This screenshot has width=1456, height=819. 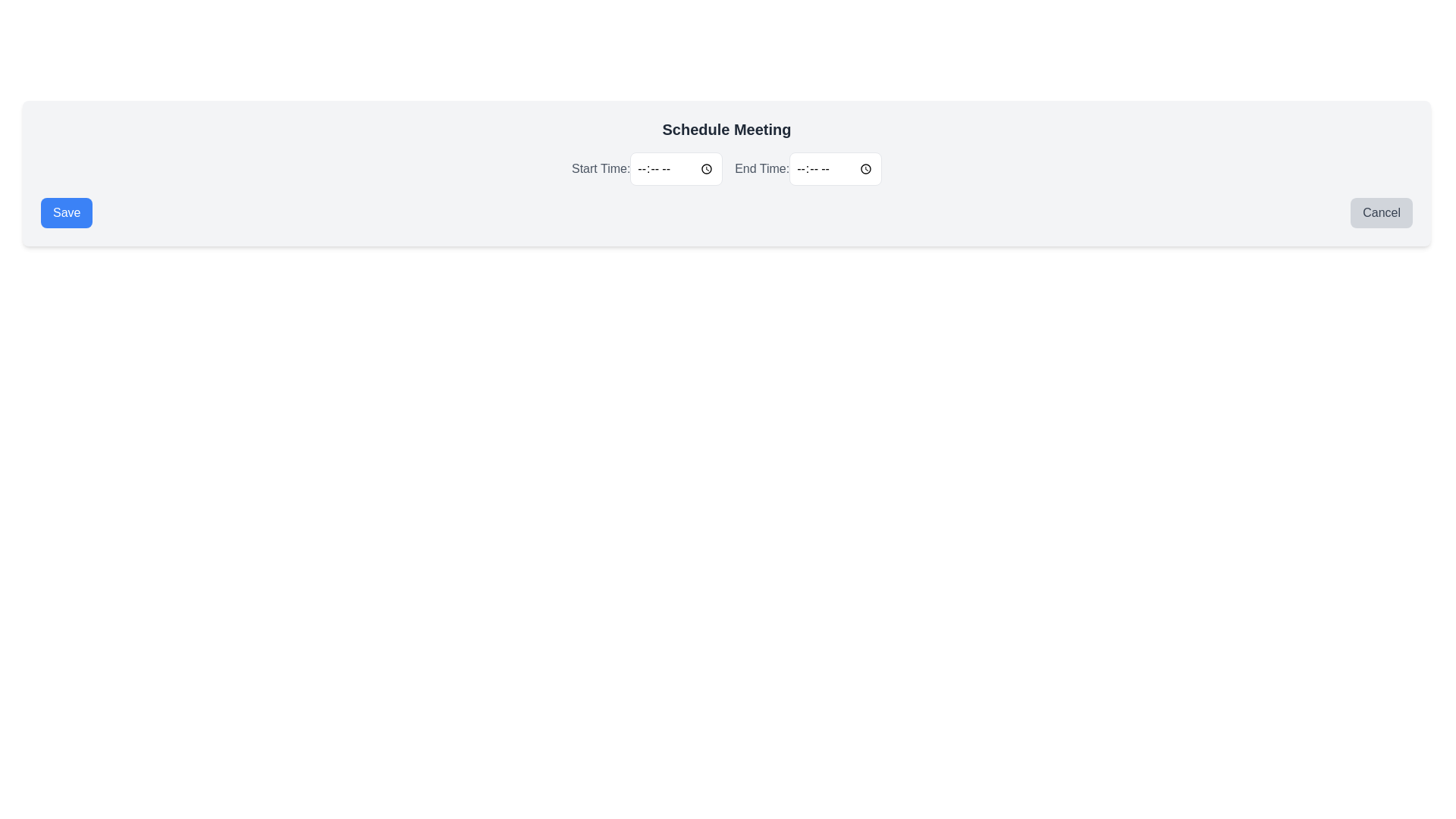 I want to click on the labeled time input field with the label 'End Time:' to potentially reveal tooltips or highlights, so click(x=807, y=169).